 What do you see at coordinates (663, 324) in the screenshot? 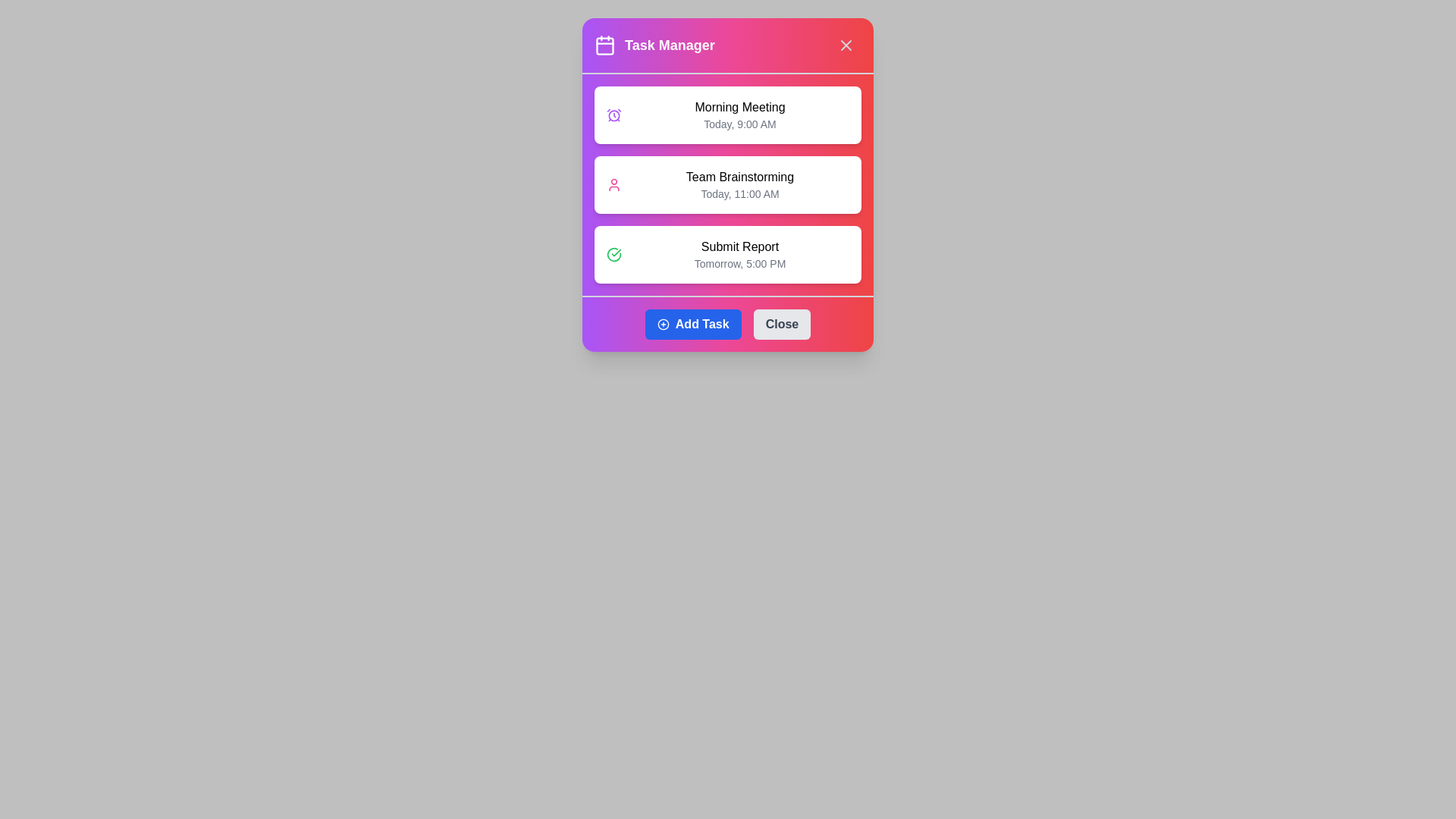
I see `the 'Add Task' button which features an SVG icon representing the action` at bounding box center [663, 324].